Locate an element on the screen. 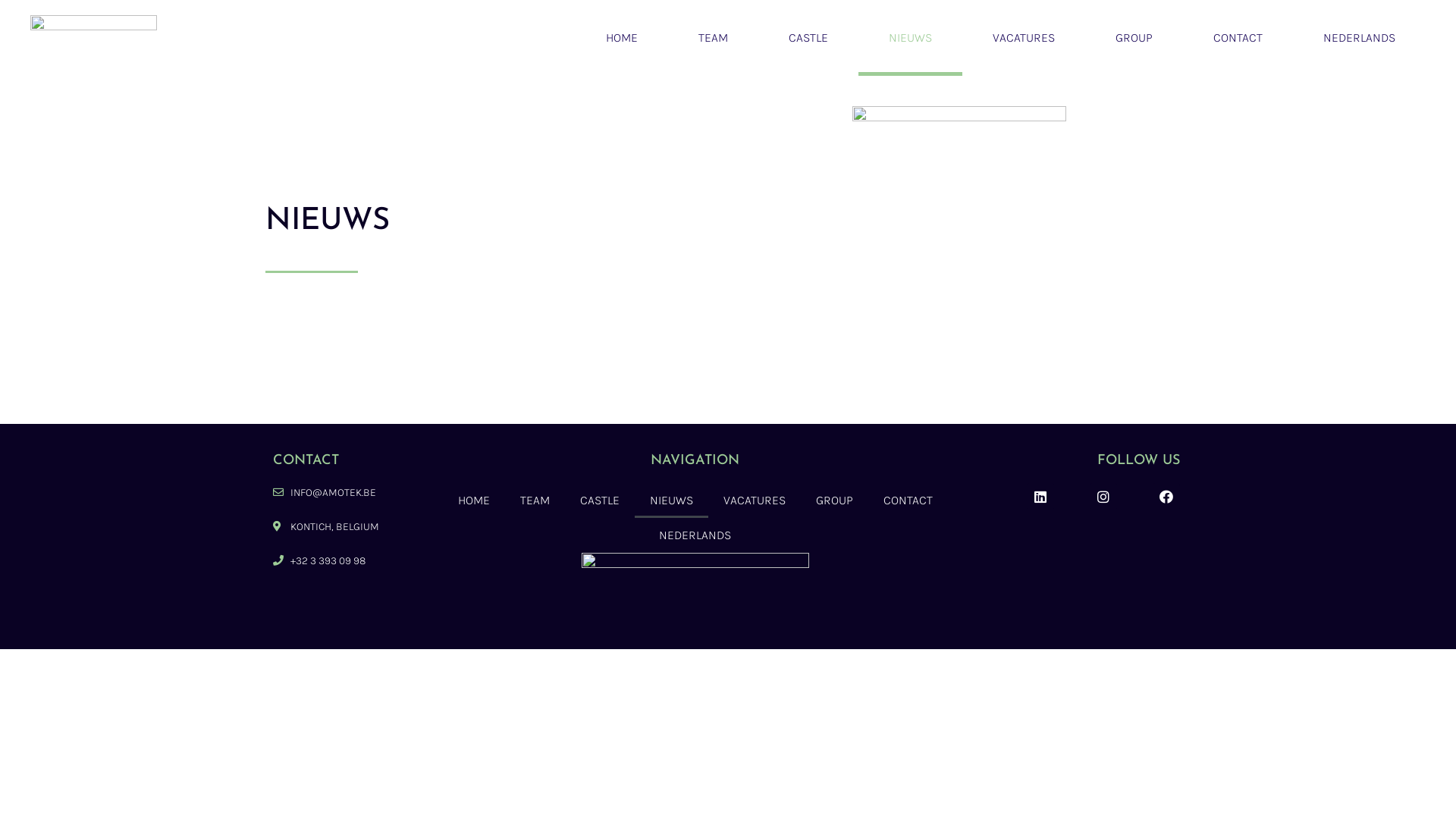 This screenshot has height=819, width=1456. '+32 3 393 09 98' is located at coordinates (344, 560).